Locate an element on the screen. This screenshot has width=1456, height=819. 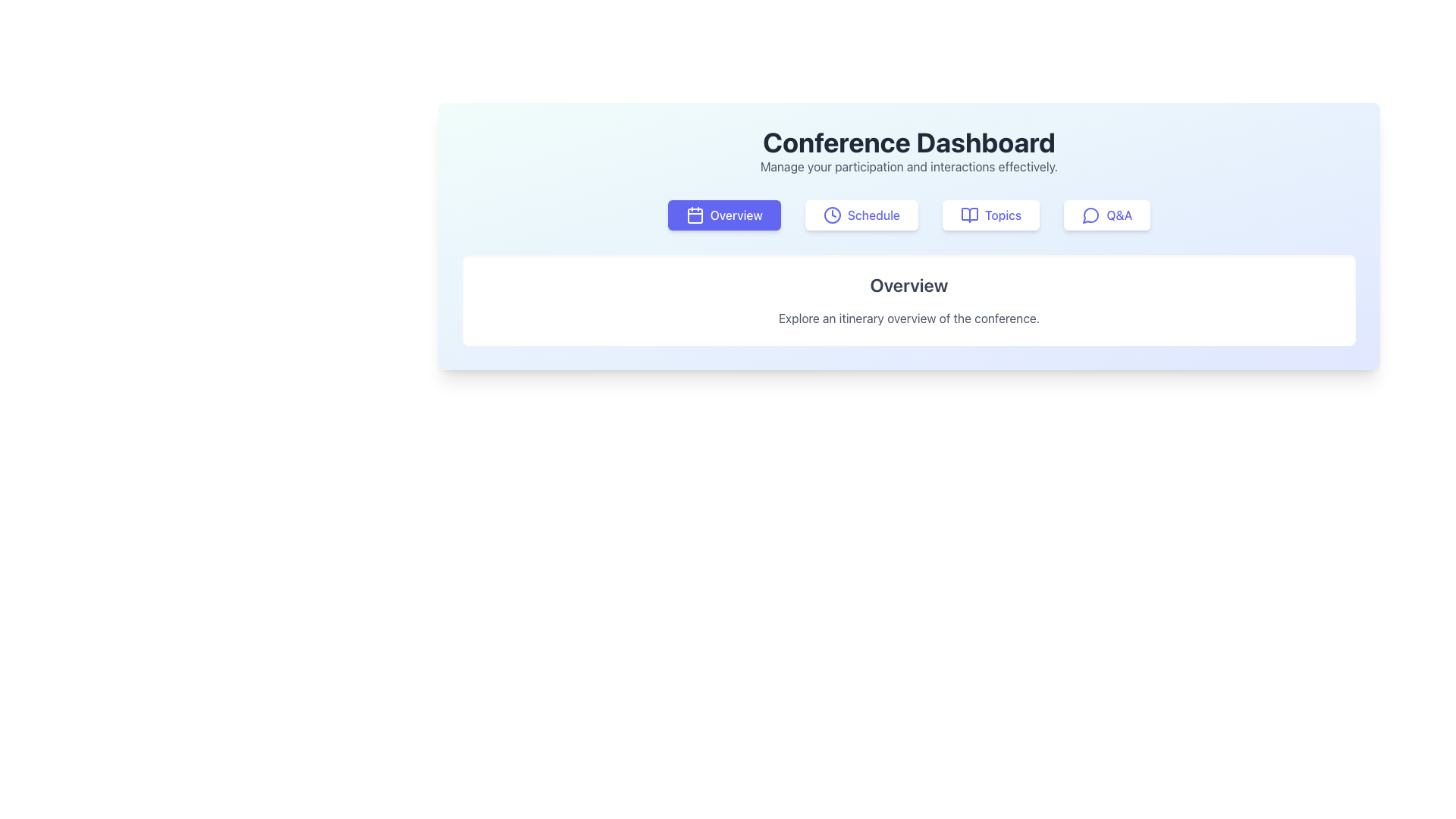
label text next to the speech bubble icon on the top-right navigation section, which guides users to the Q&A section is located at coordinates (1119, 215).